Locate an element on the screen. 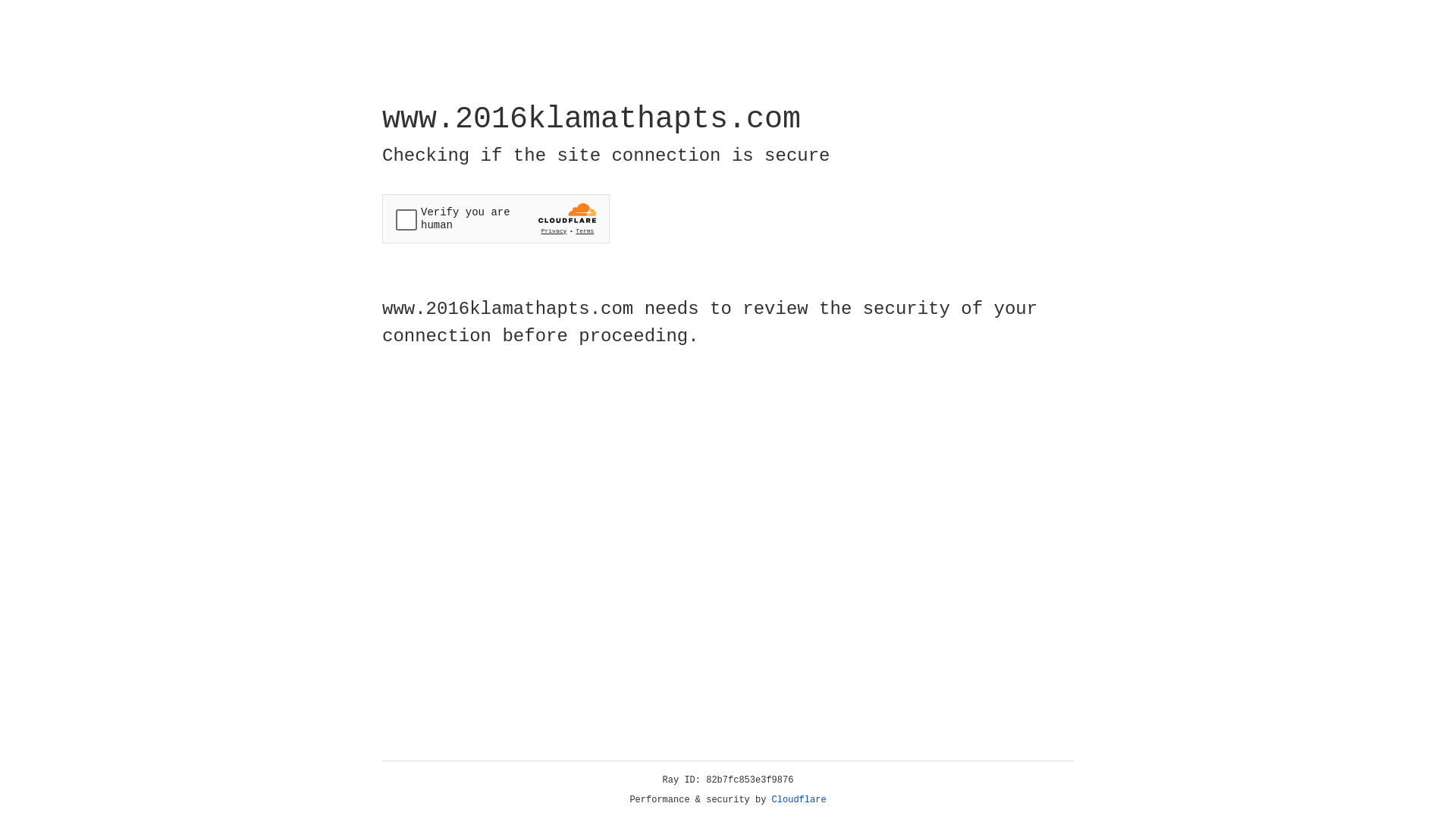 The image size is (1456, 819). 'Widget containing a Cloudflare security challenge' is located at coordinates (495, 218).